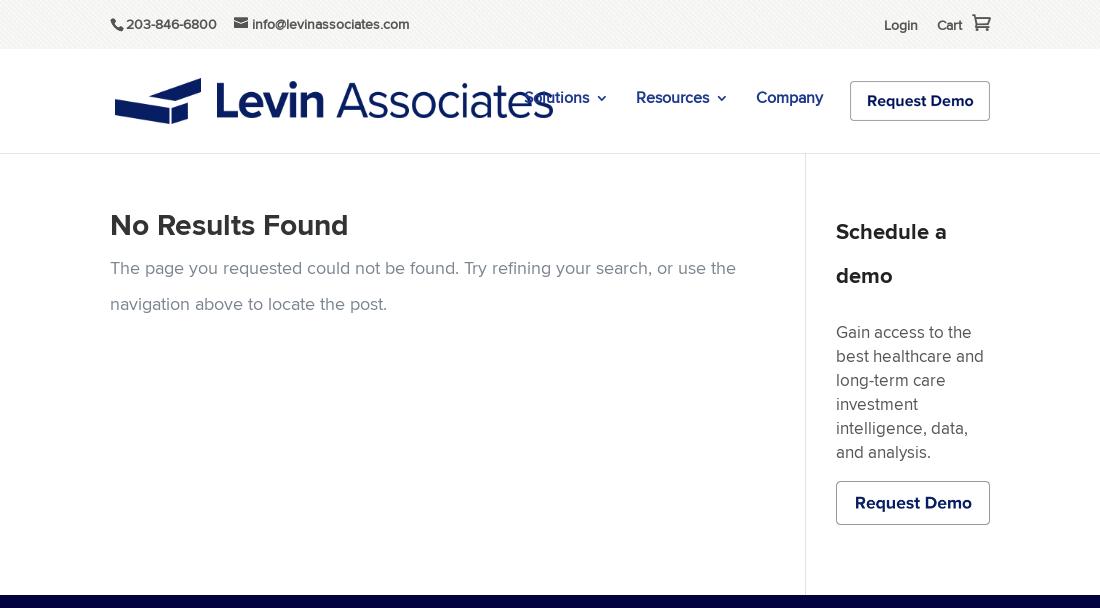 This screenshot has height=608, width=1100. I want to click on 'The page you requested could not be found. Try refining your search, or use the navigation above to locate the post.', so click(421, 284).